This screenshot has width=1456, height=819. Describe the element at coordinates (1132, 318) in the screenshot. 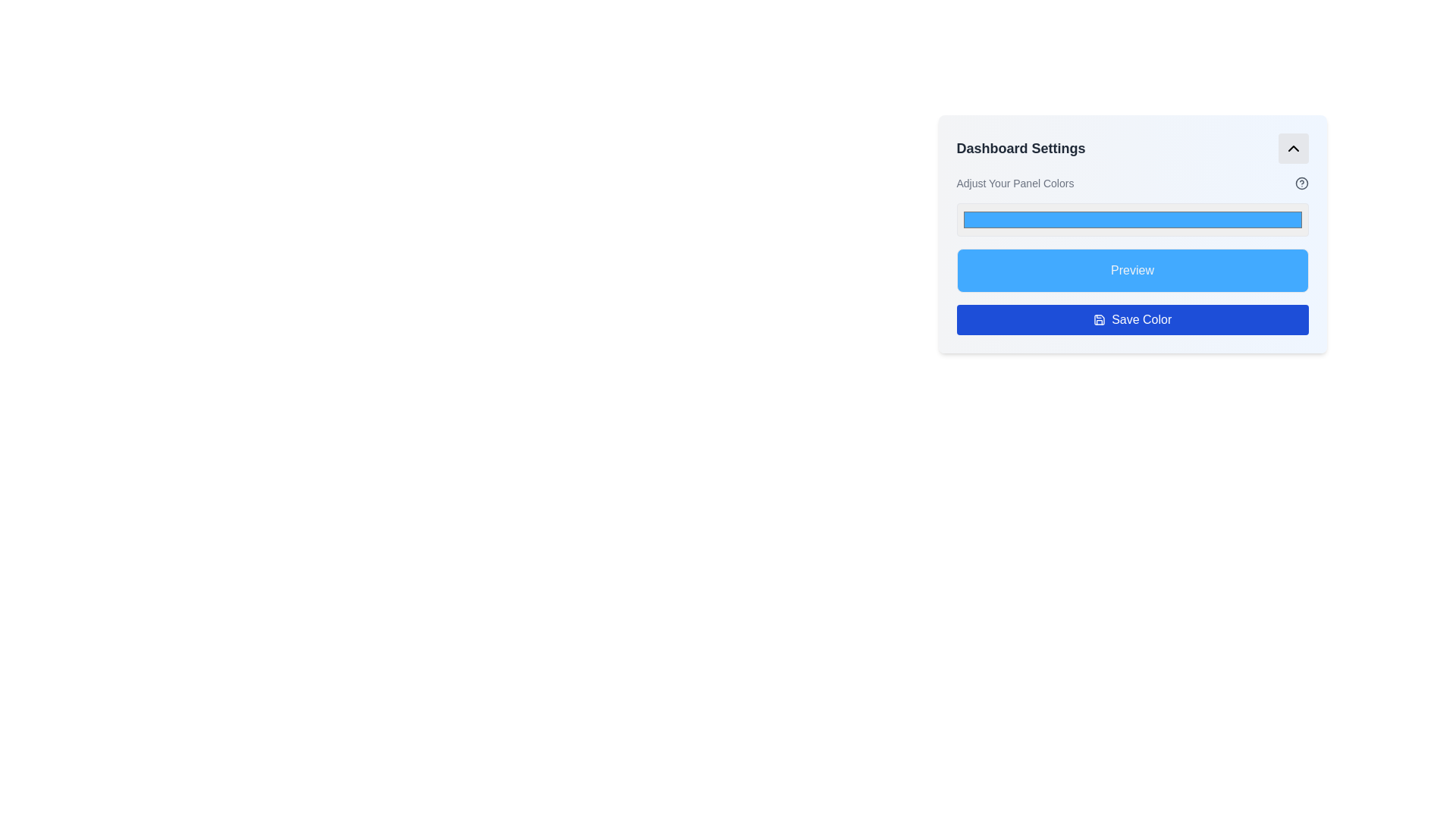

I see `the save button located at the bottom of the 'Dashboard Settings' panel to provide visual feedback indicating interactivity` at that location.